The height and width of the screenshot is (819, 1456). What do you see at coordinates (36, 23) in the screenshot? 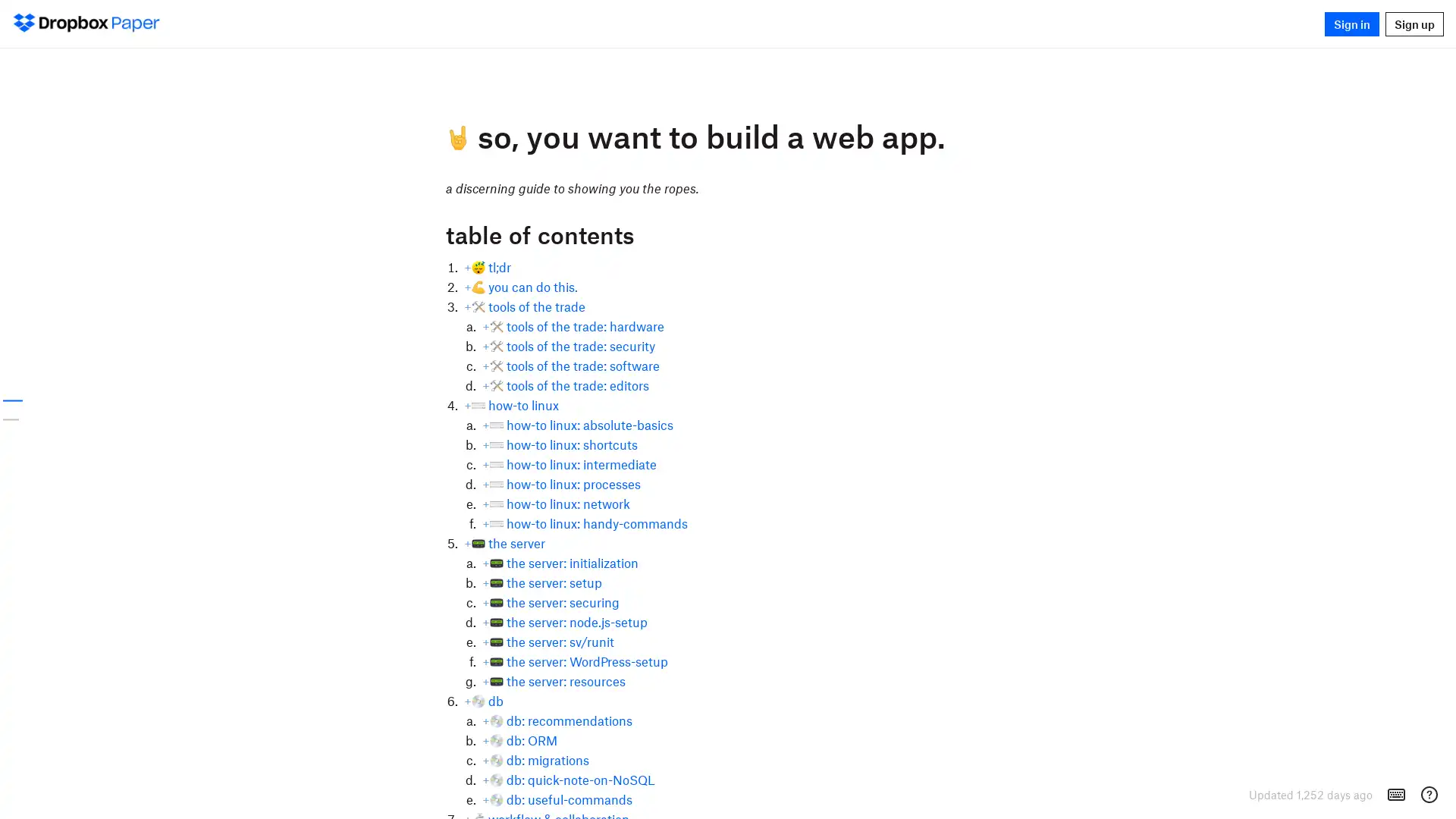
I see `Open folder view` at bounding box center [36, 23].